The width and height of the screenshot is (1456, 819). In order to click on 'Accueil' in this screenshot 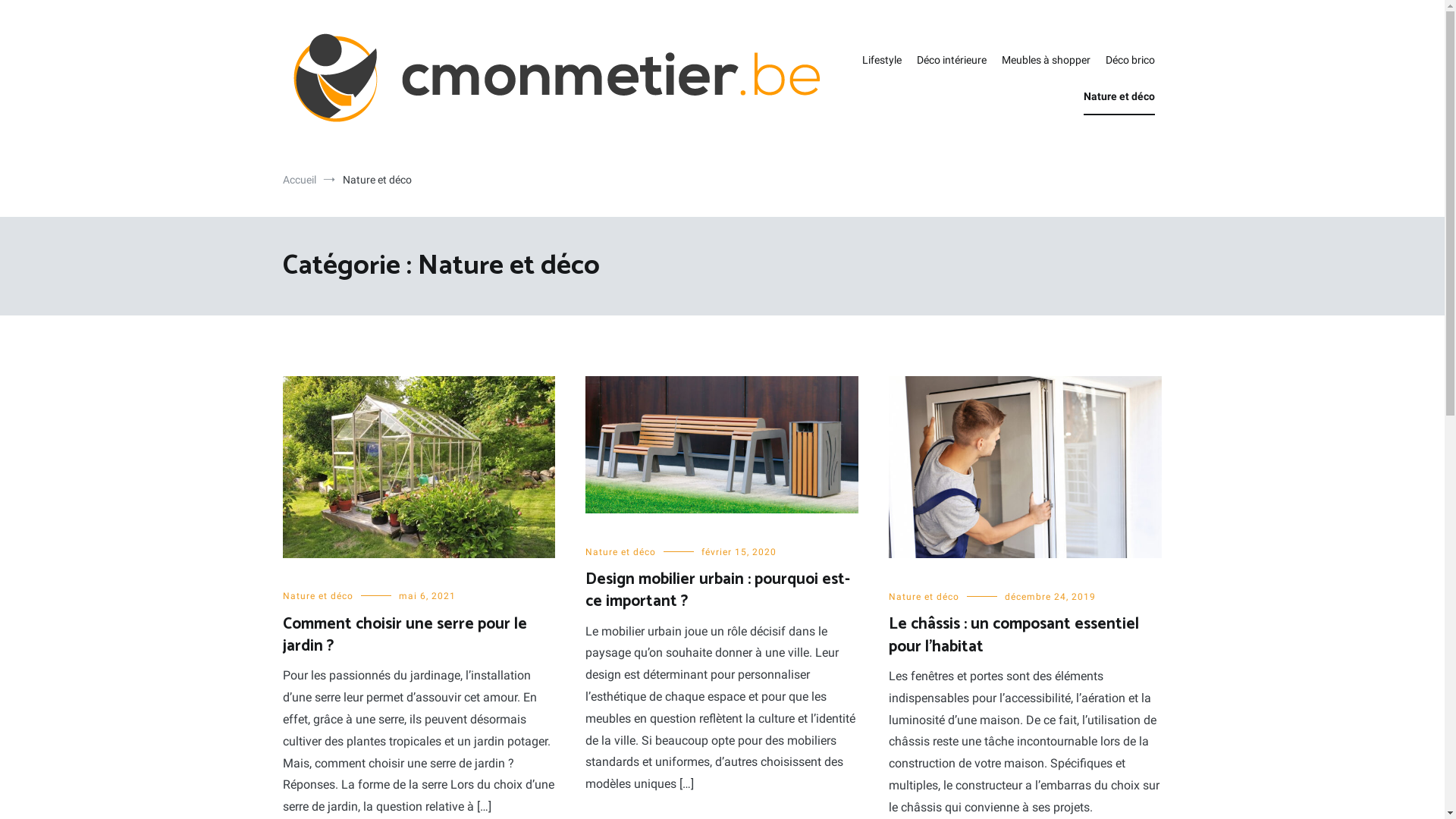, I will do `click(298, 178)`.